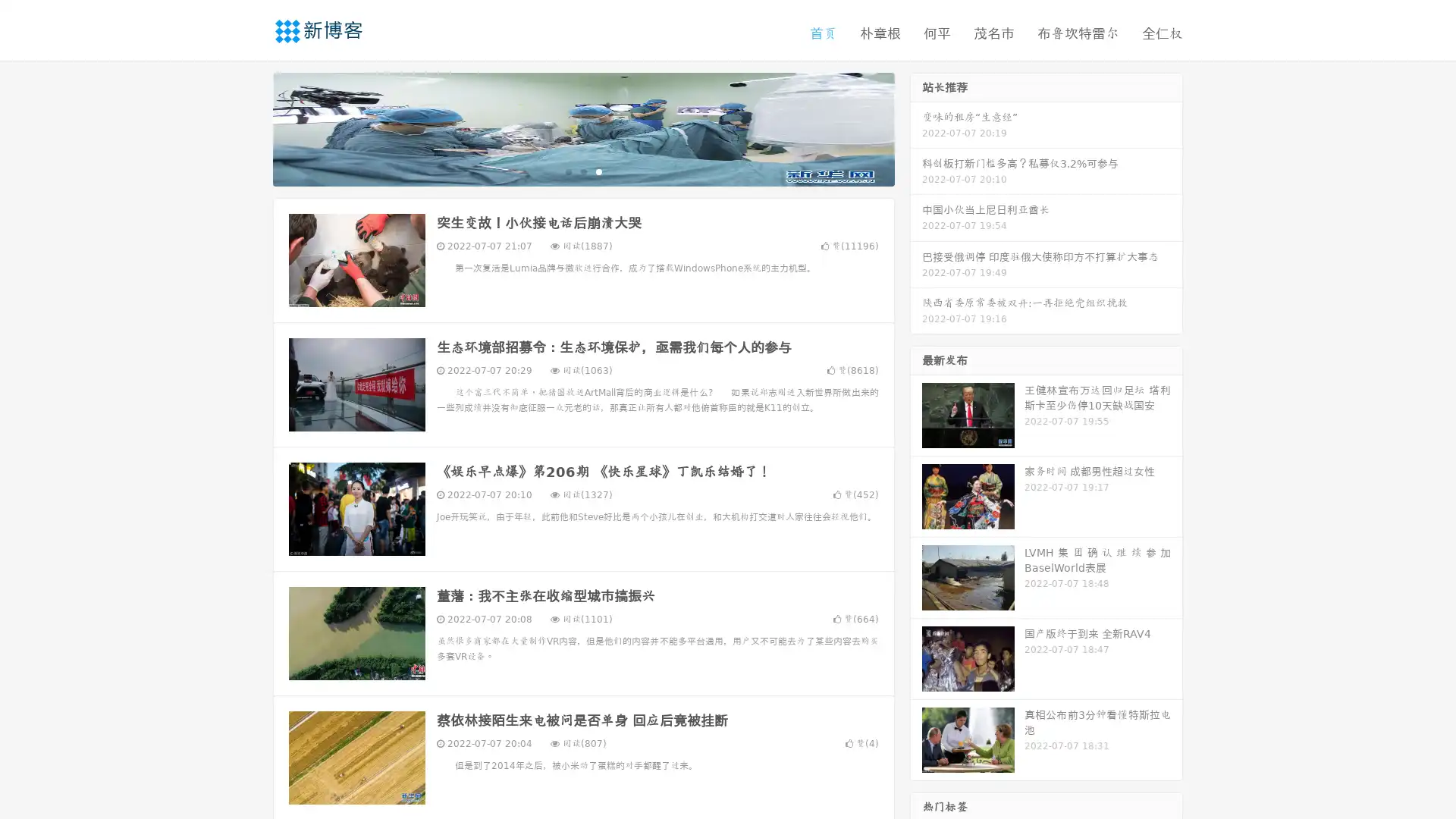  What do you see at coordinates (598, 171) in the screenshot?
I see `Go to slide 3` at bounding box center [598, 171].